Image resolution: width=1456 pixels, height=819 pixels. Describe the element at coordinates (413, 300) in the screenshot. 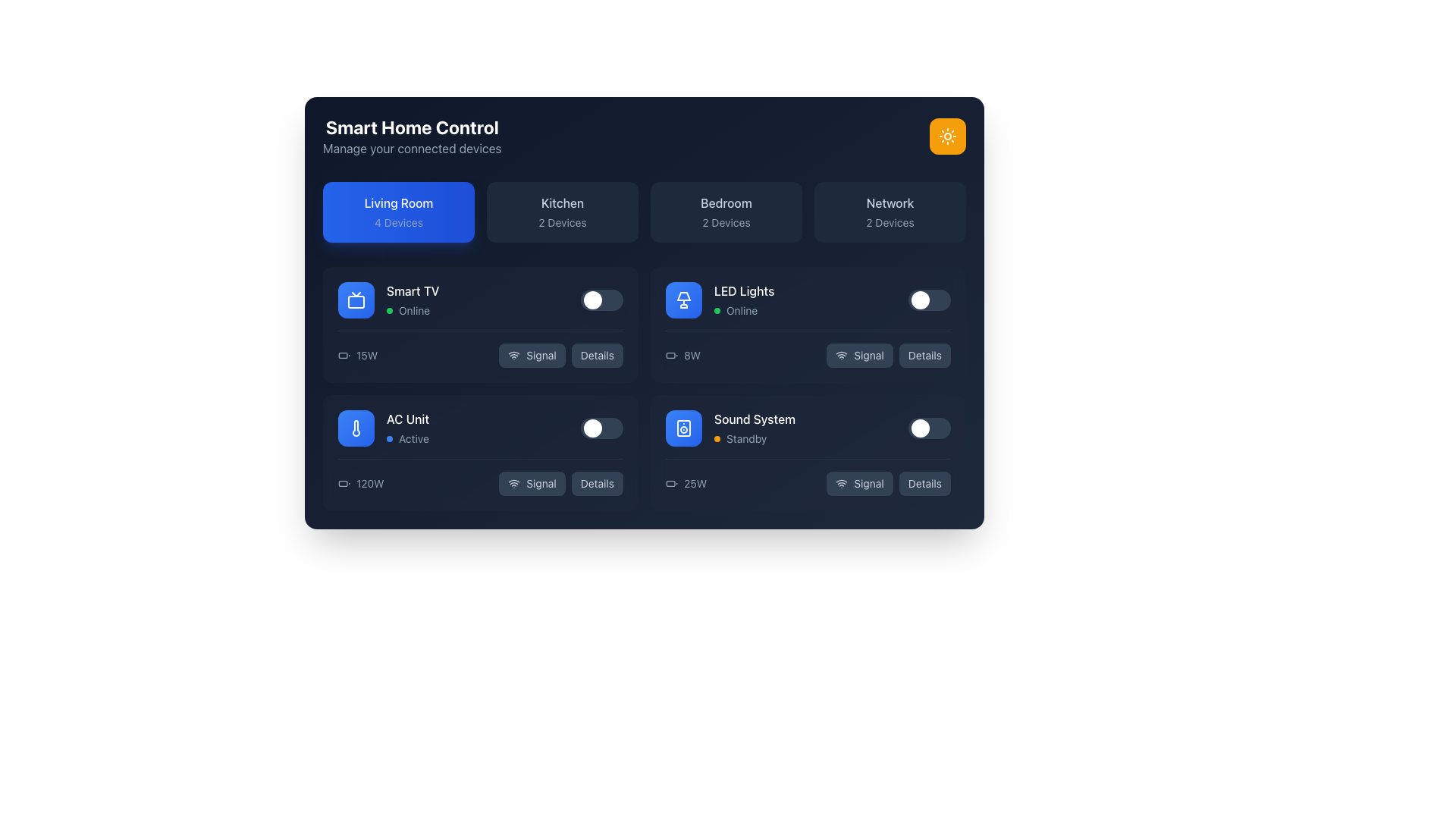

I see `the Text label indicating 'Smart TV' status 'Online' located on the right side of the TV icon in the 'Living Room' section` at that location.